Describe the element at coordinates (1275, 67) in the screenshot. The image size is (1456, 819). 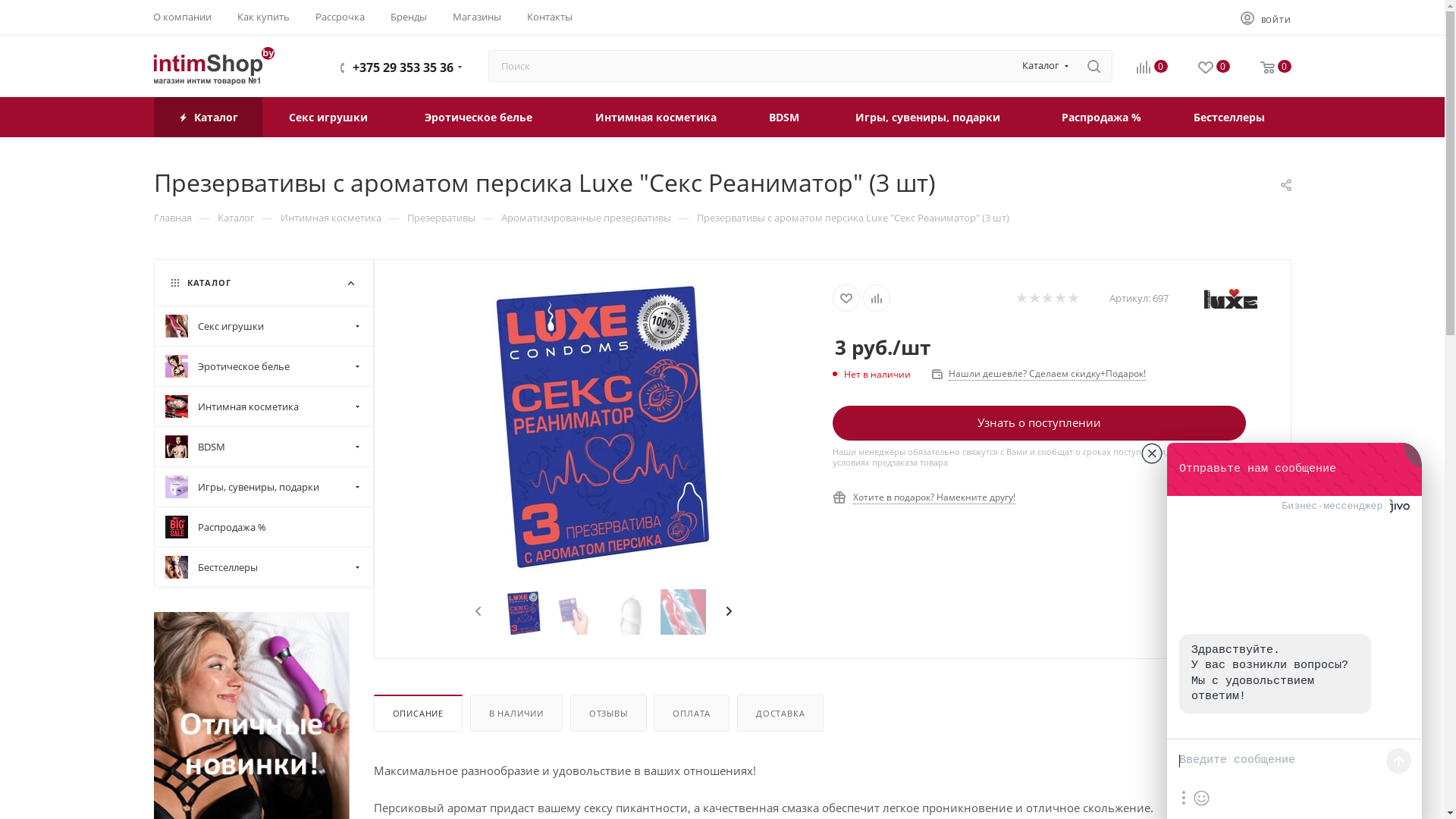
I see `'0'` at that location.